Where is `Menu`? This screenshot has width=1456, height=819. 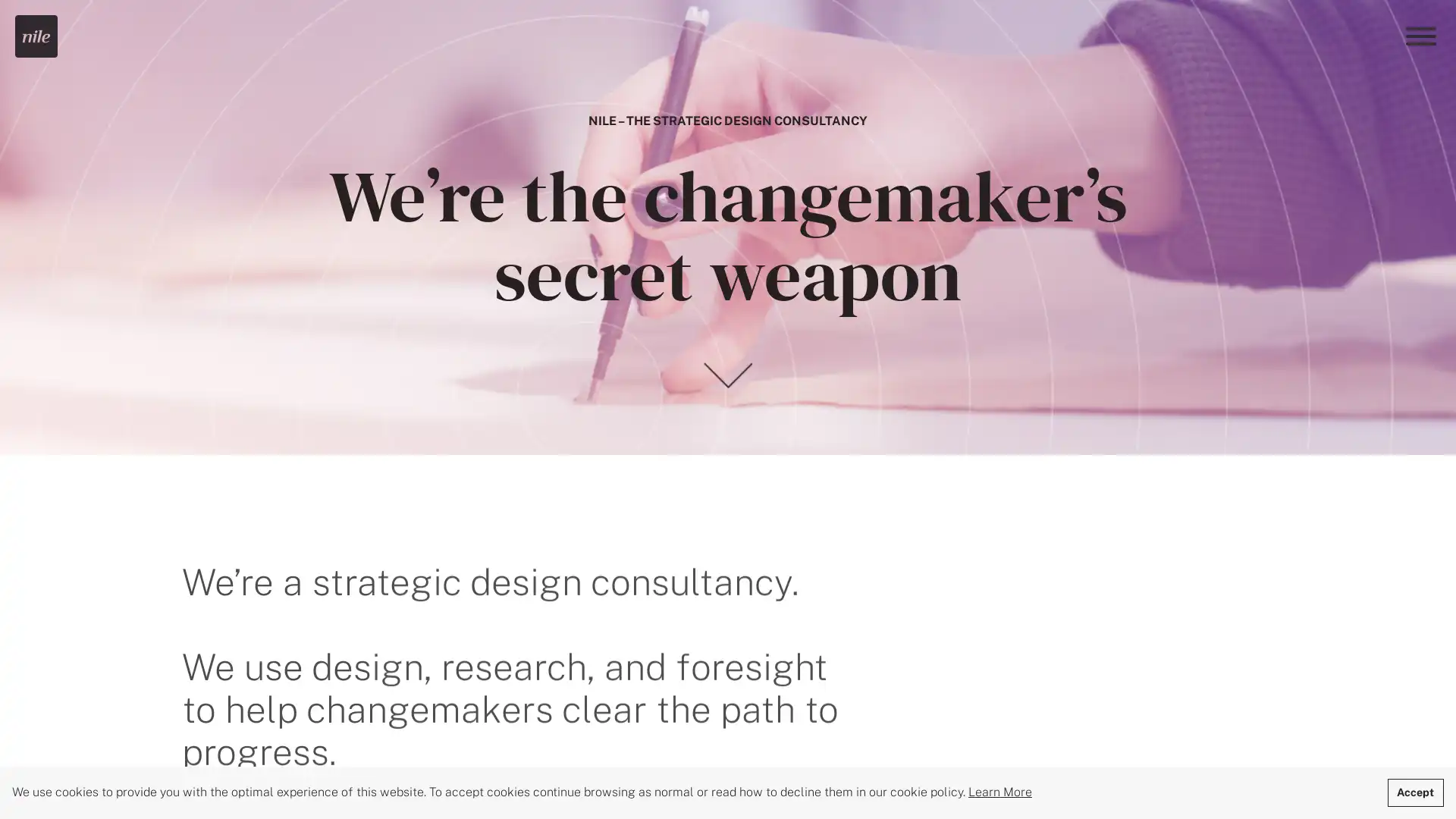 Menu is located at coordinates (1420, 35).